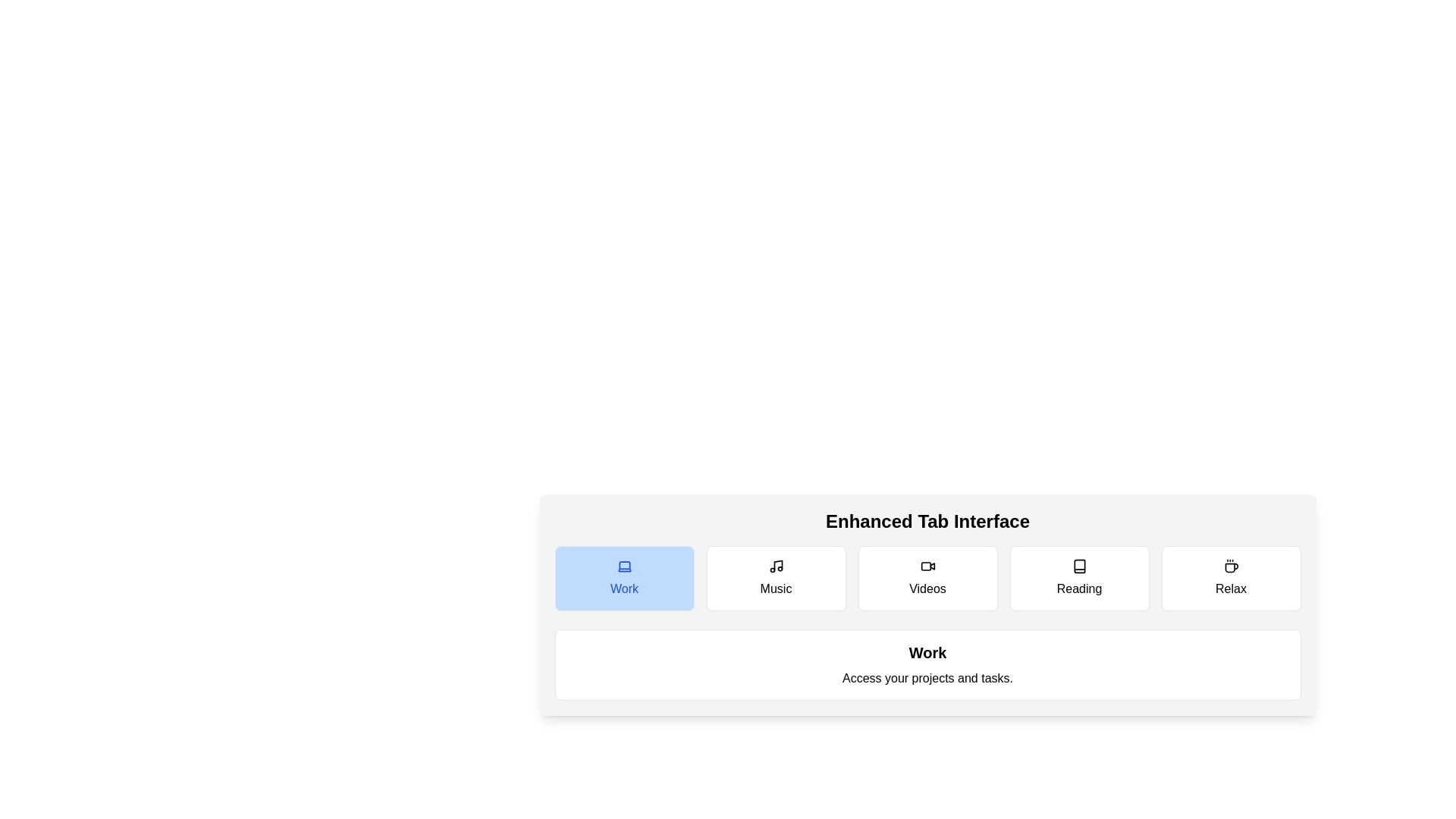 The image size is (1456, 819). I want to click on the tab button labeled Reading to observe its hover effect, so click(1078, 579).